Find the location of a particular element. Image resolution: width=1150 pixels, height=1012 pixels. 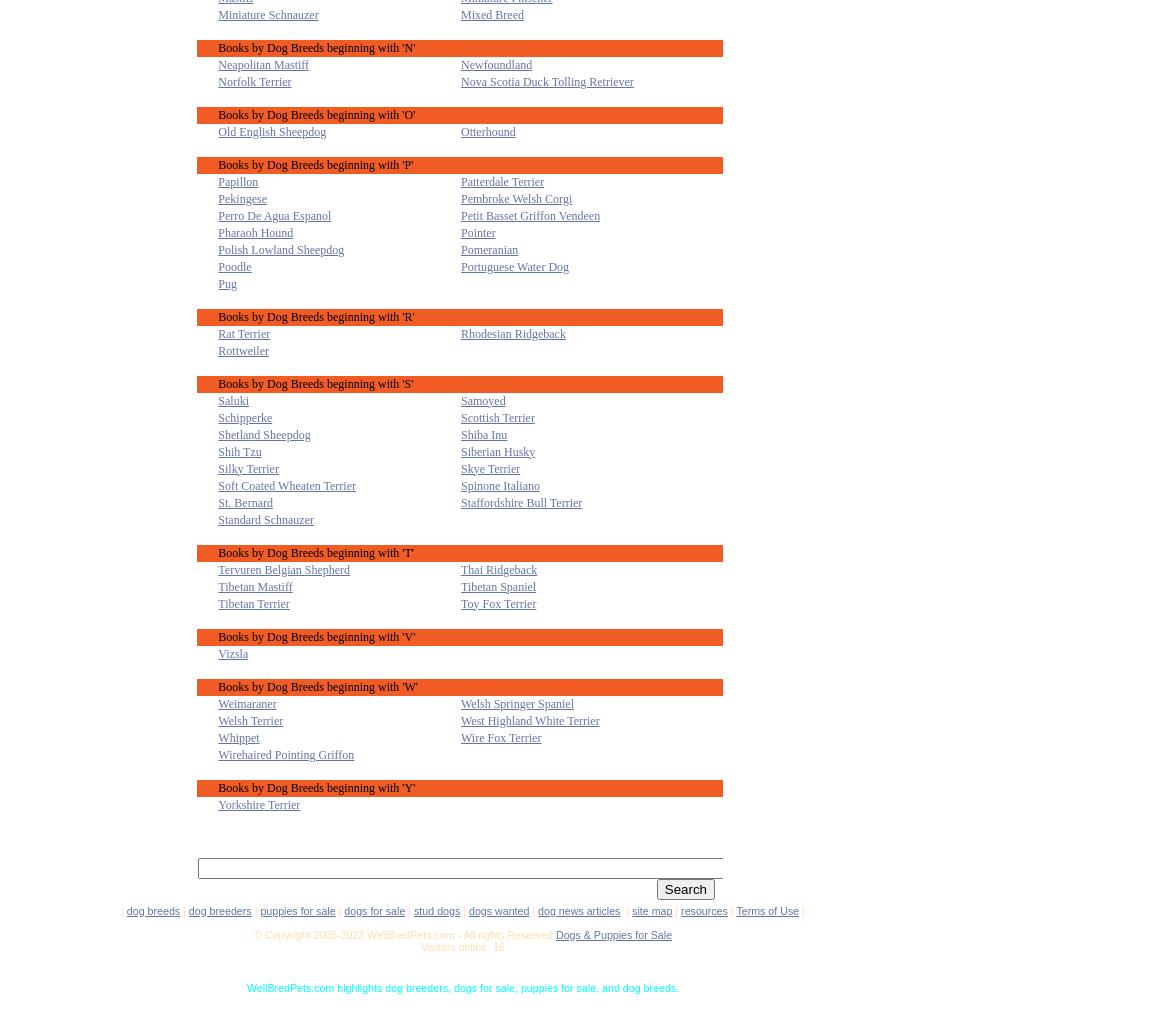

'dogs for sale' is located at coordinates (374, 909).